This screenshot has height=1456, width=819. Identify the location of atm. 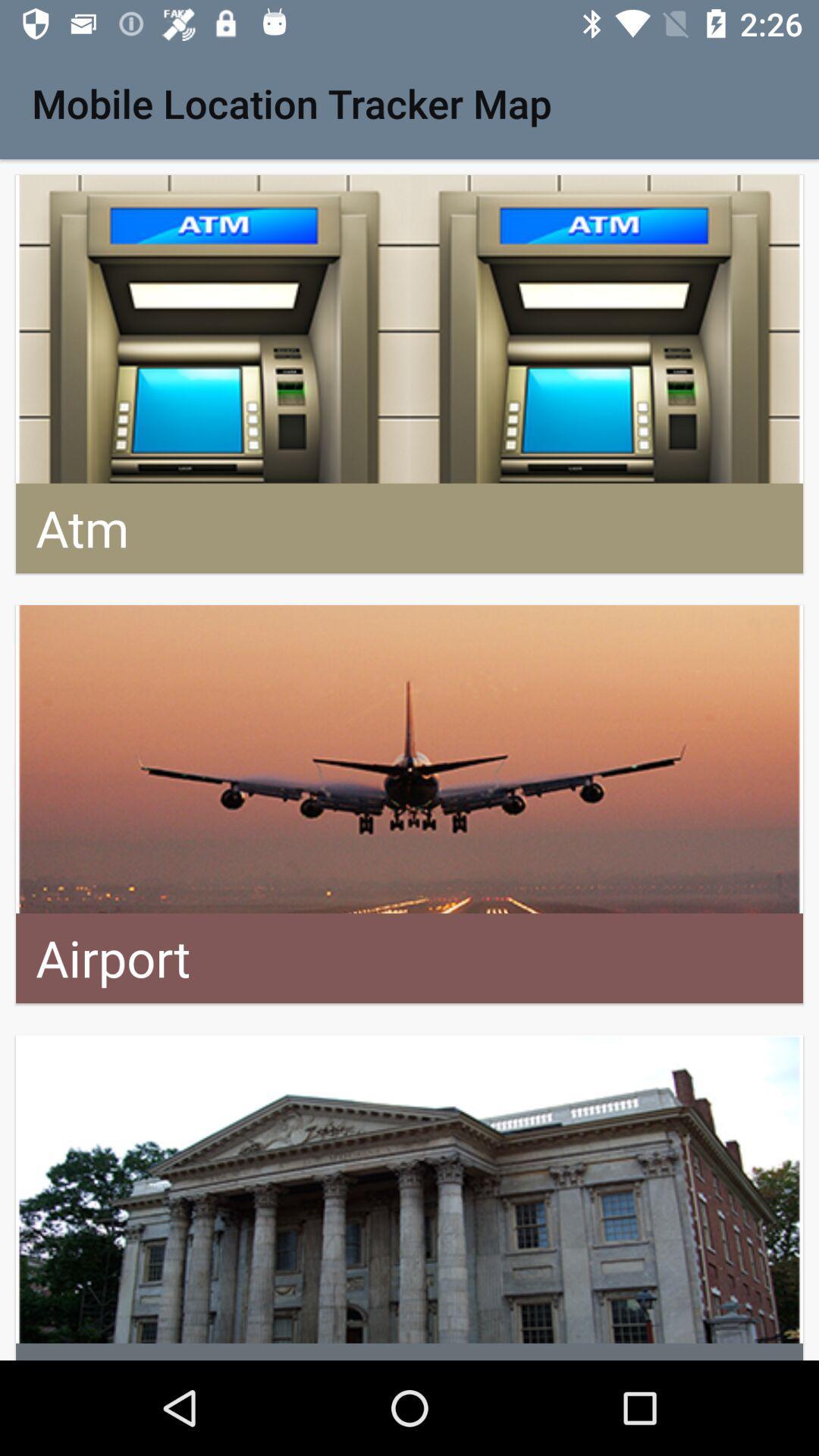
(409, 374).